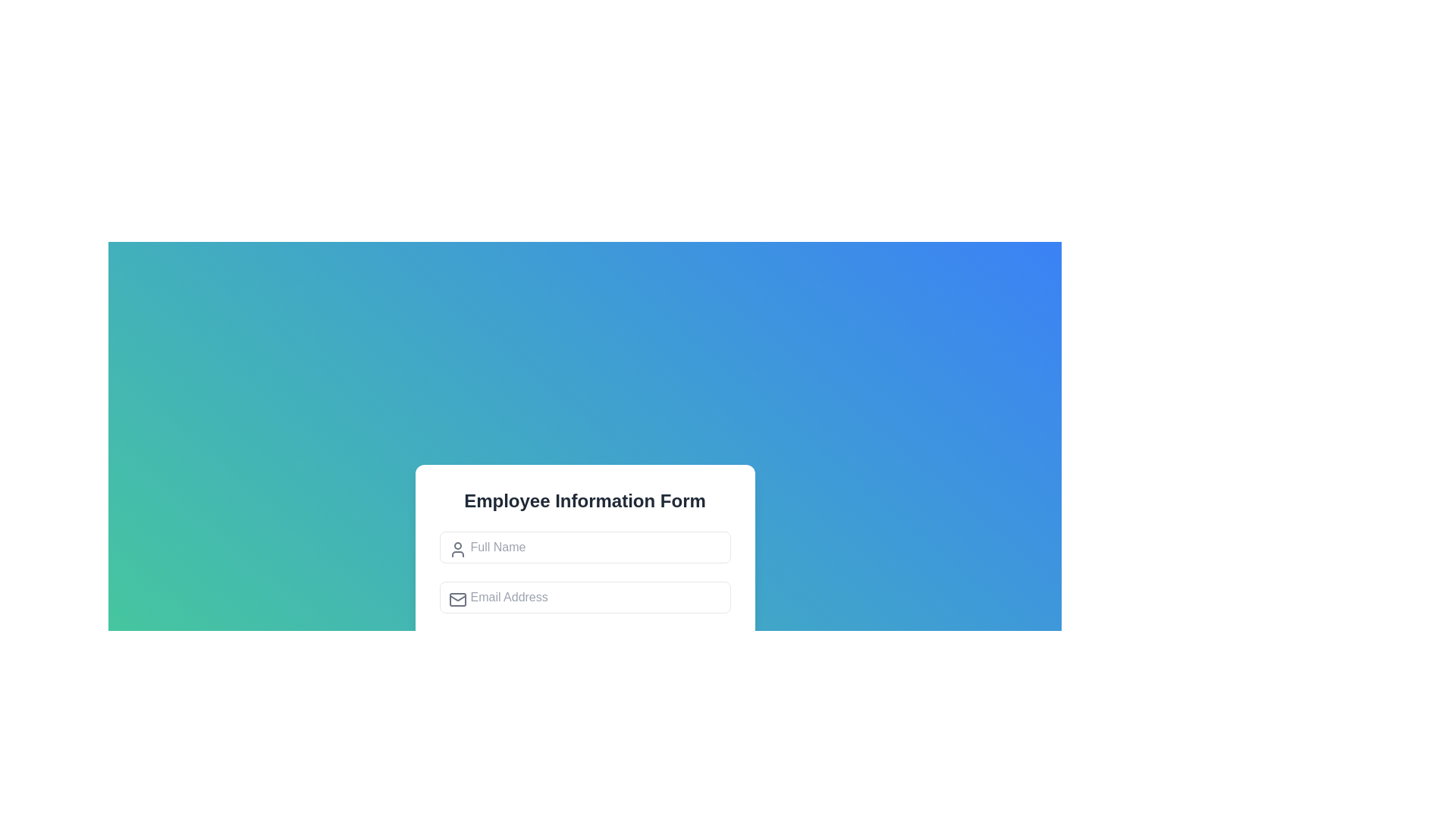  Describe the element at coordinates (457, 598) in the screenshot. I see `the mail icon, which is a gray SVG graphic resembling an envelope, positioned to the left and above the 'Email Address' text field` at that location.